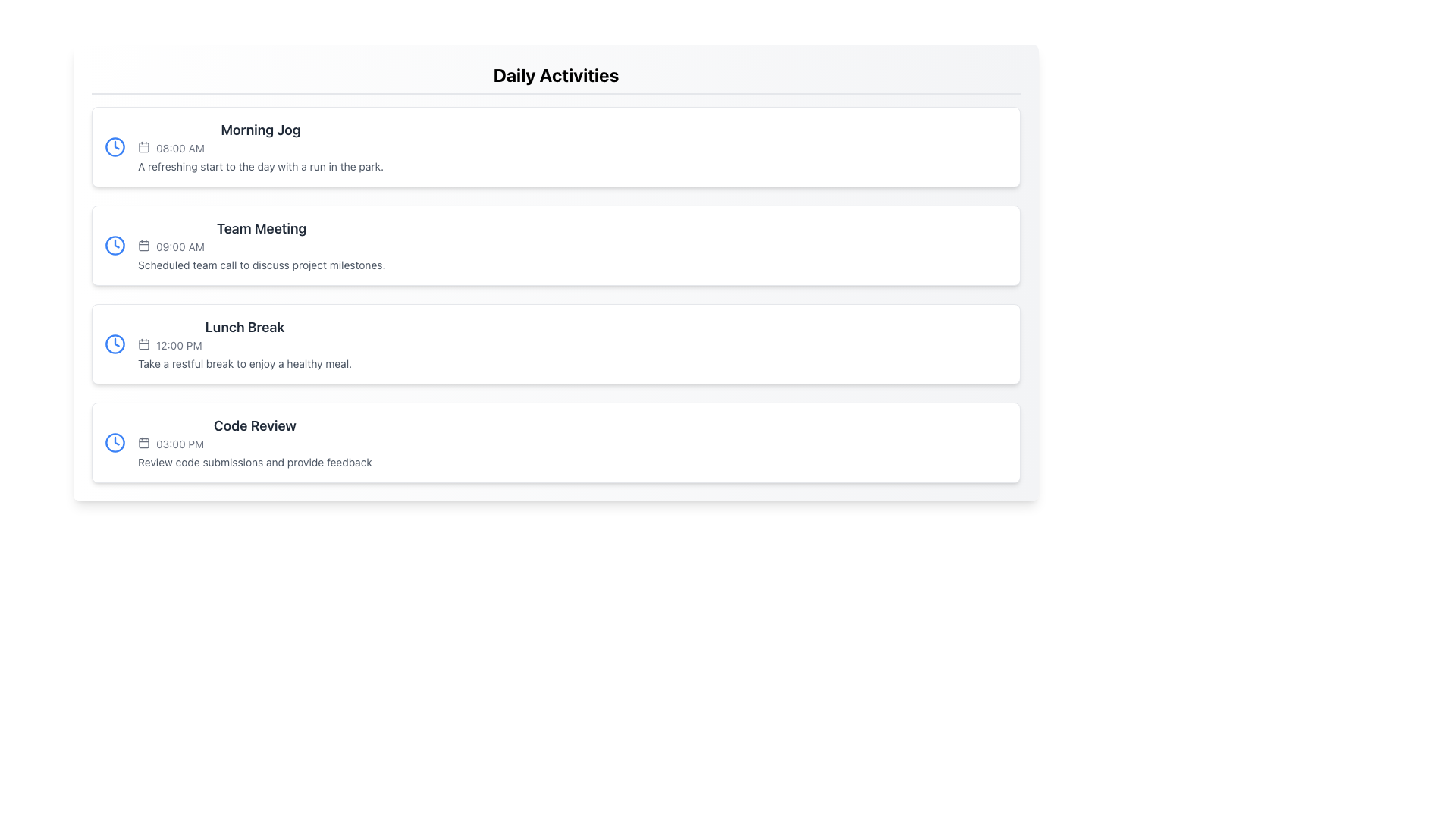  What do you see at coordinates (245, 344) in the screenshot?
I see `the third Informational card in the Daily Activities list, which displays the title, time, and description of a scheduled event, located between 'Team Meeting' and 'Code Review'` at bounding box center [245, 344].